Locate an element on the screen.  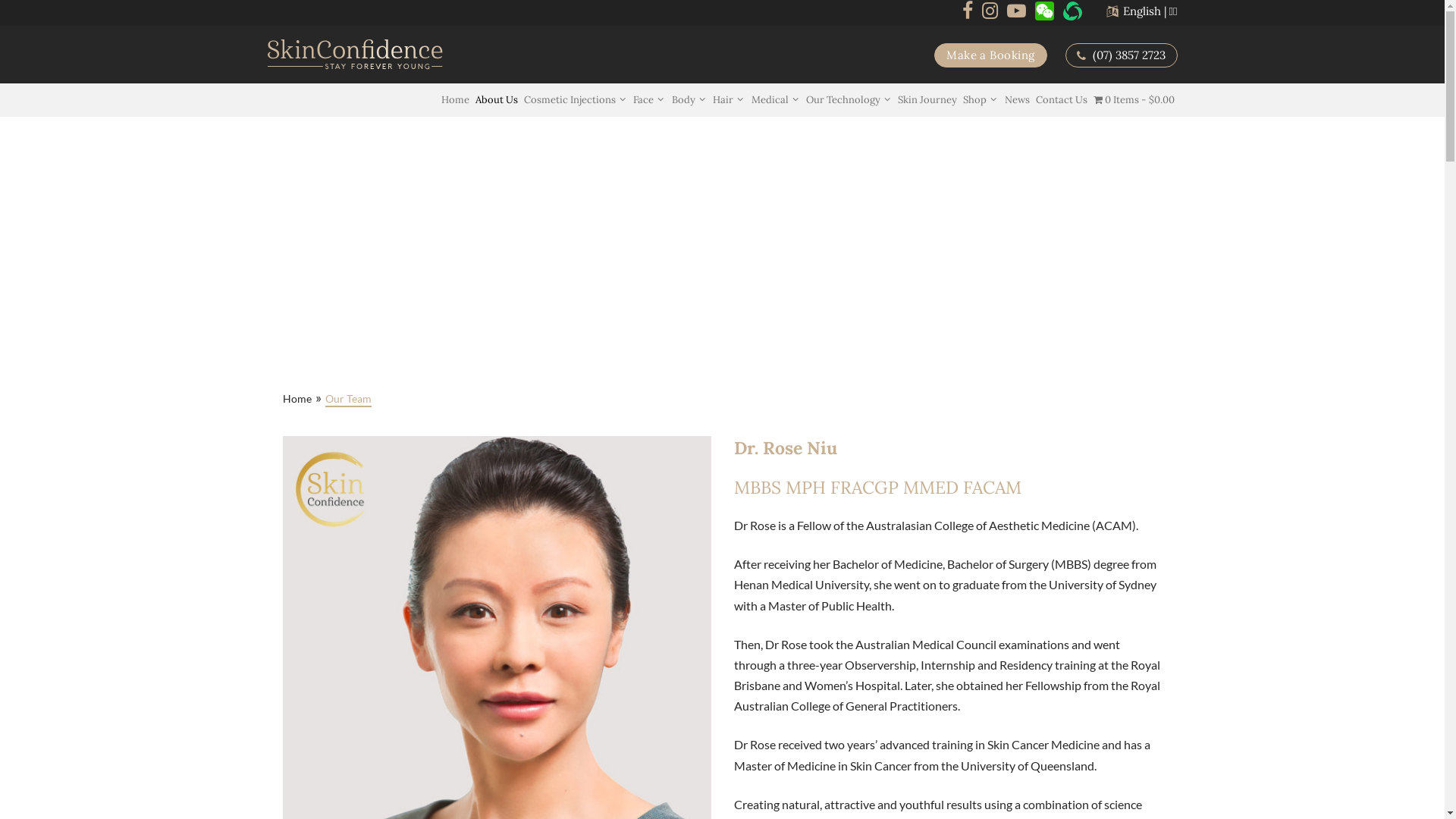
'Contact Us' is located at coordinates (1061, 99).